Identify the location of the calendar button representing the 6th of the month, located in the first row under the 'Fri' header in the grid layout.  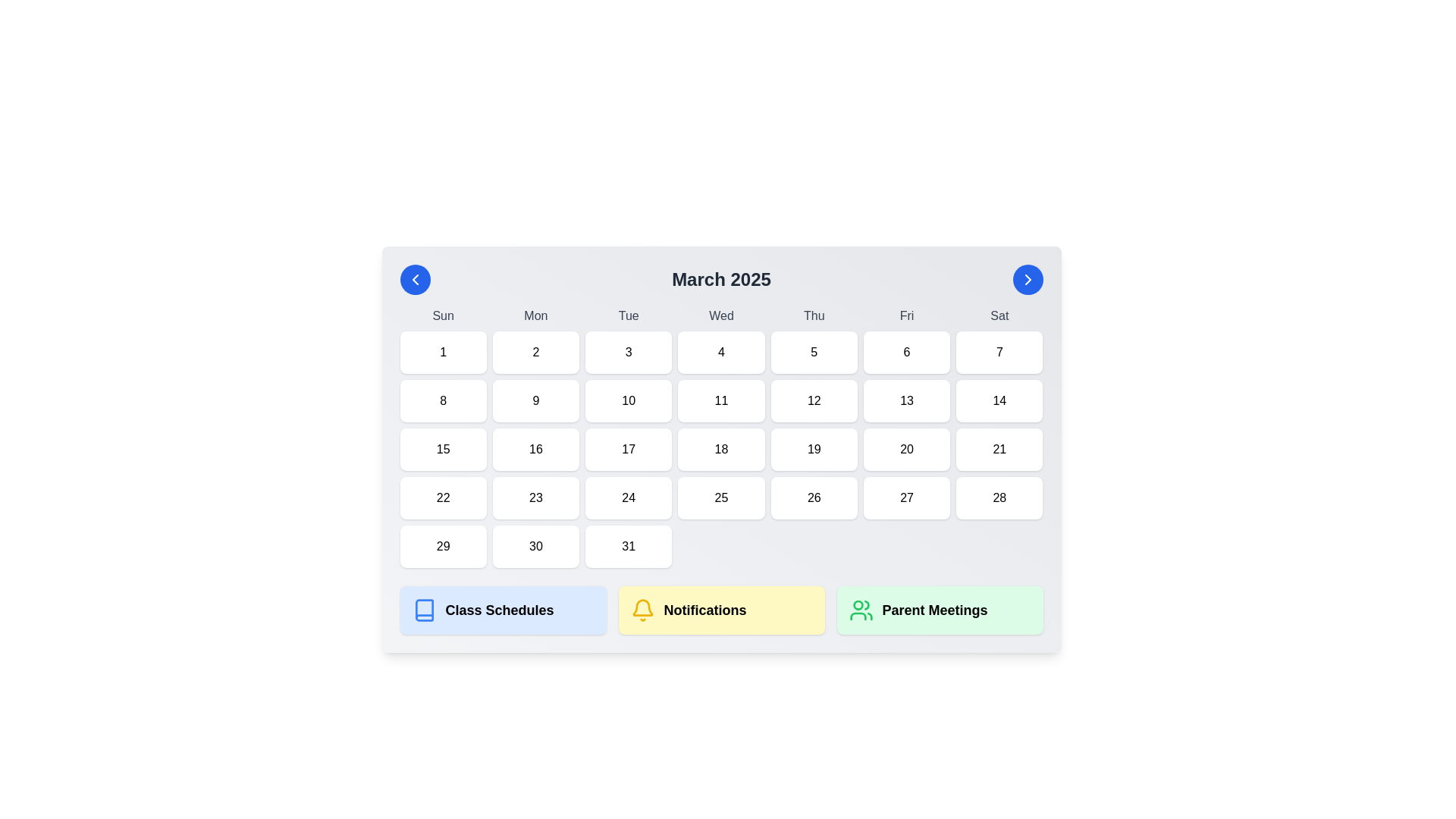
(906, 353).